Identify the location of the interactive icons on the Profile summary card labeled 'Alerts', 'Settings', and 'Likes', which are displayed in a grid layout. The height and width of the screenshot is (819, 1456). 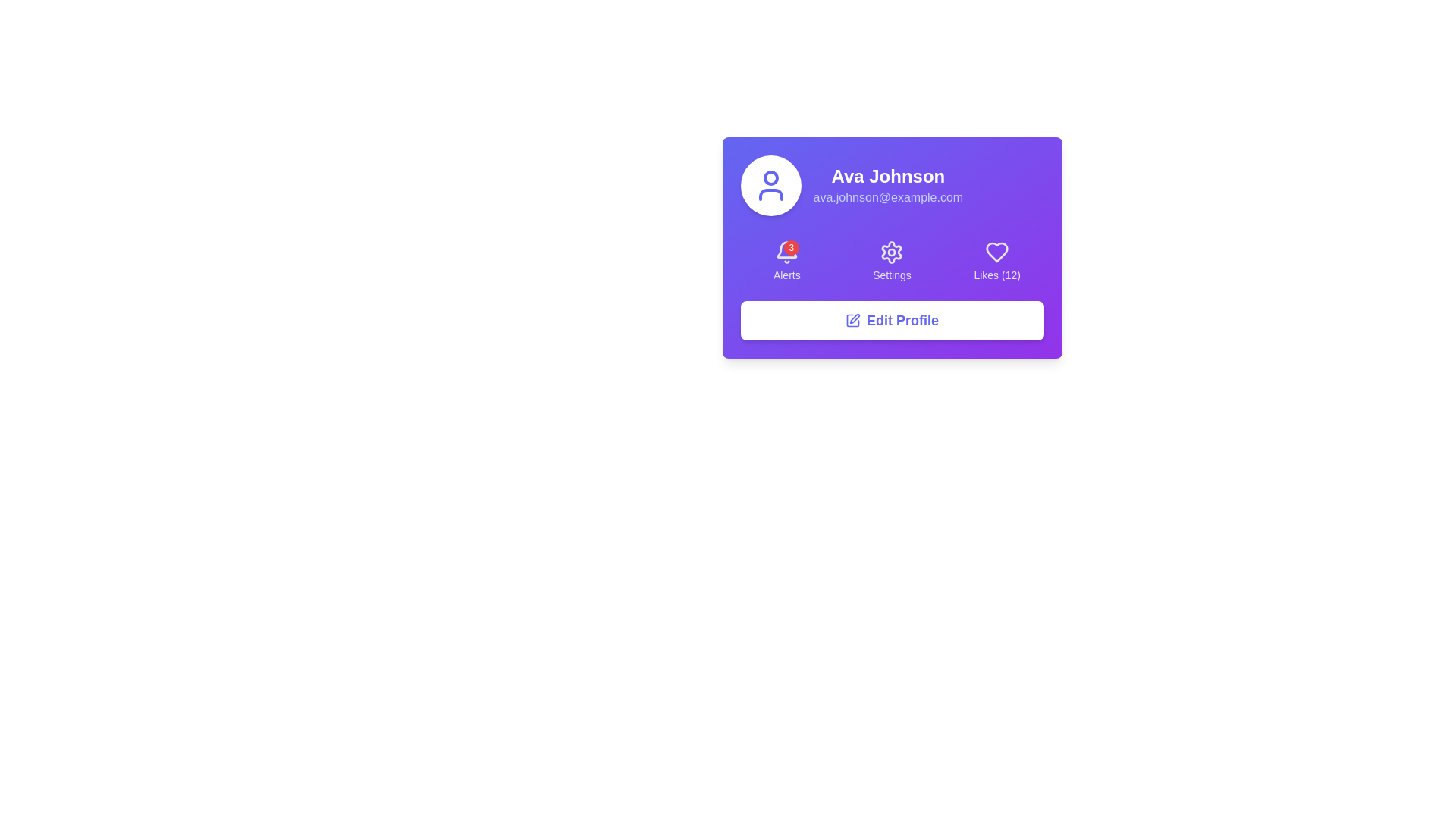
(892, 247).